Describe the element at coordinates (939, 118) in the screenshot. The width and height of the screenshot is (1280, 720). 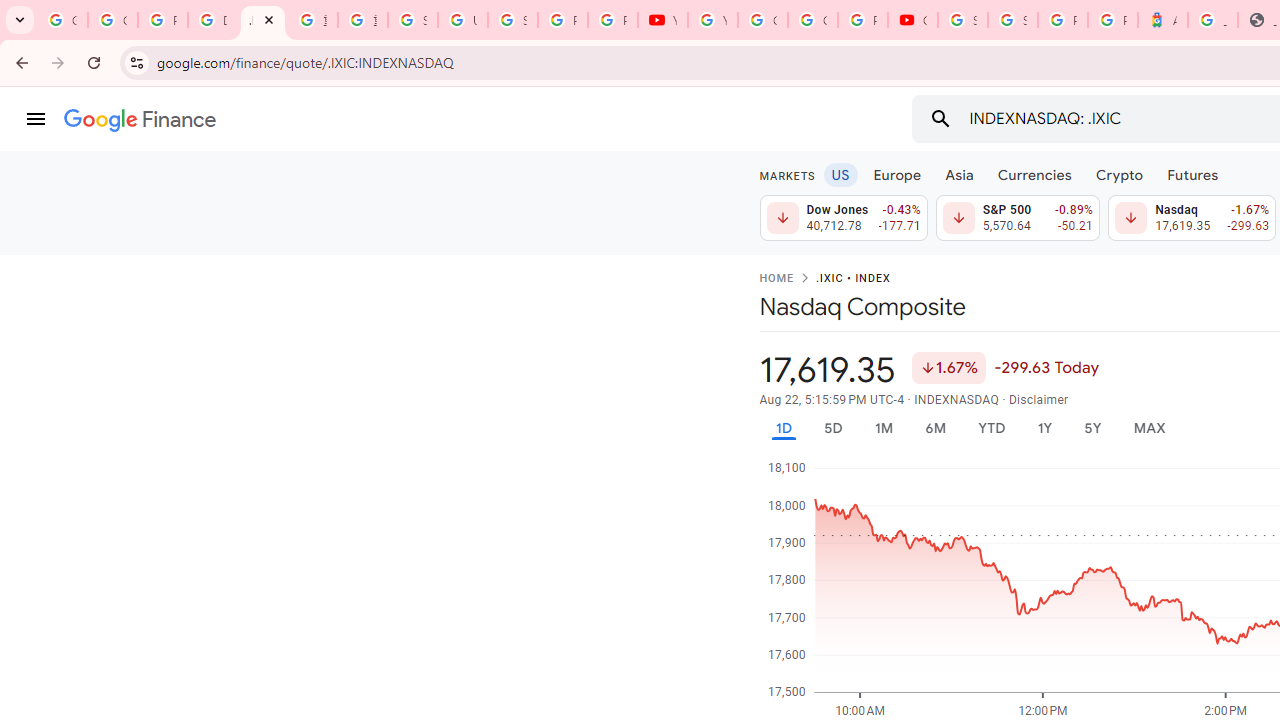
I see `'Search'` at that location.